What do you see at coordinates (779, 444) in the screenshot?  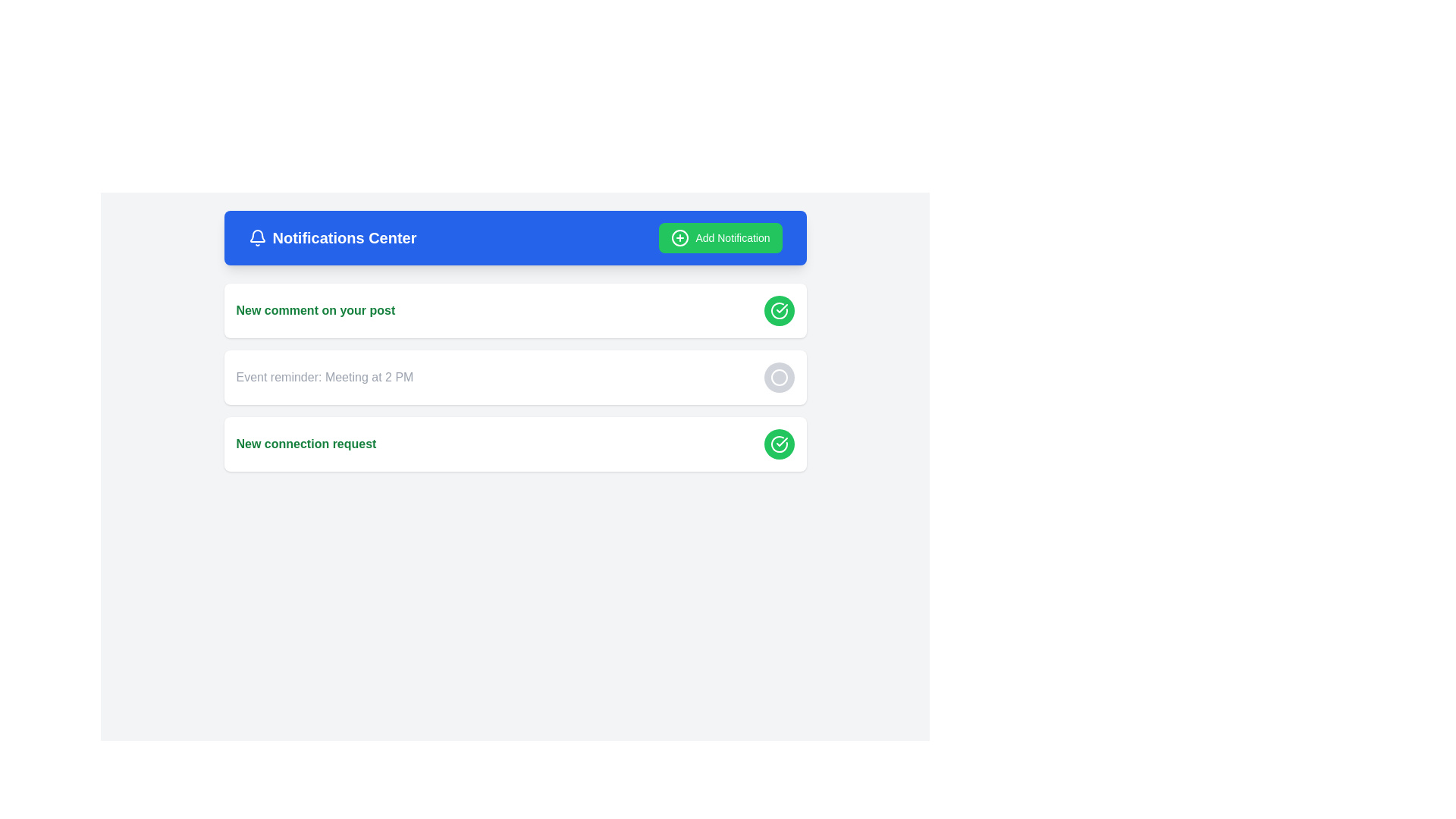 I see `the confirmation button located at the bottom right corner of the notification panel for the 'New connection request'` at bounding box center [779, 444].